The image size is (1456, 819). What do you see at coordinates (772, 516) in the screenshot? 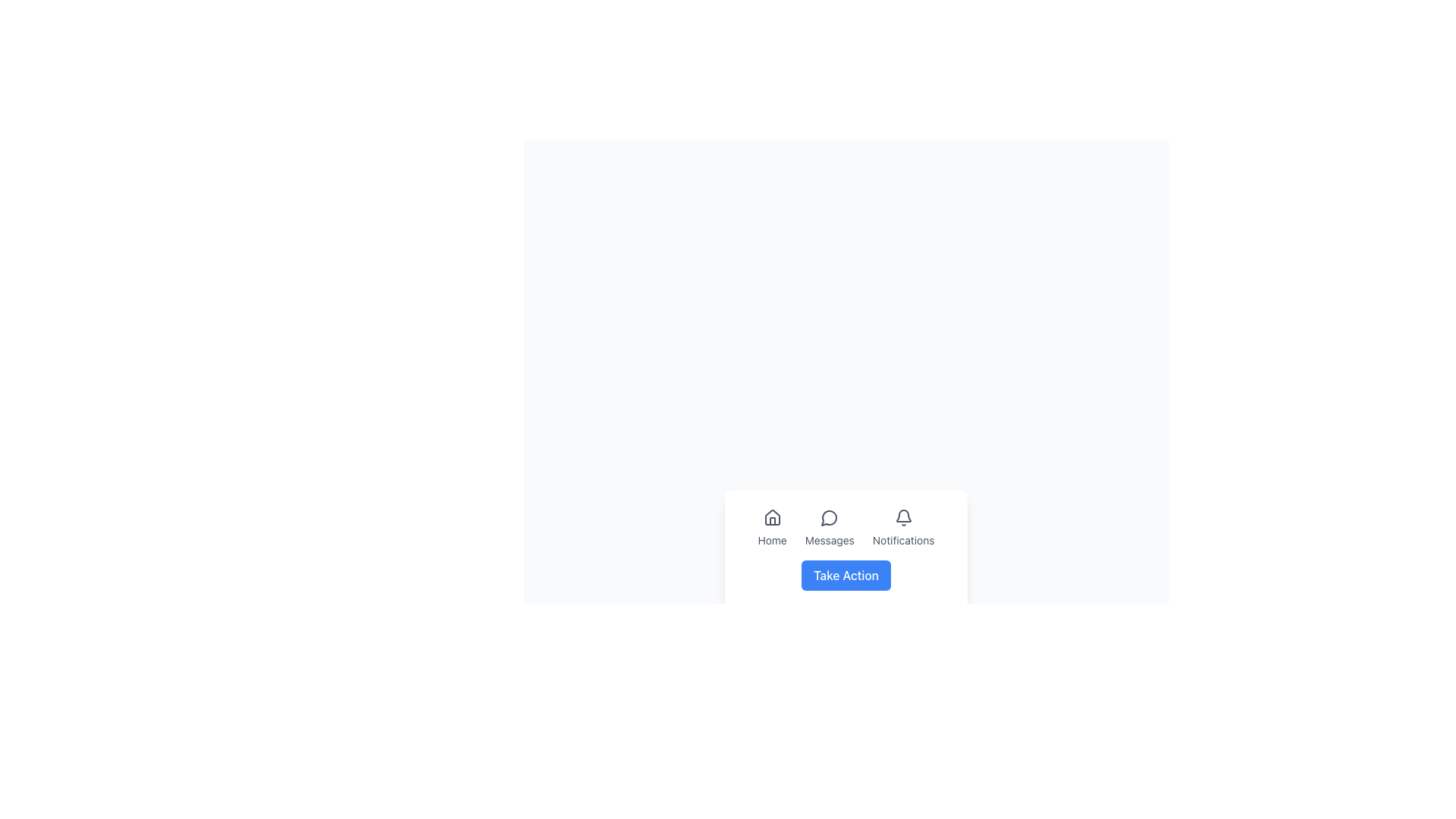
I see `the 'Home' navigation icon, which is the first icon in the bottom center navigation menu` at bounding box center [772, 516].